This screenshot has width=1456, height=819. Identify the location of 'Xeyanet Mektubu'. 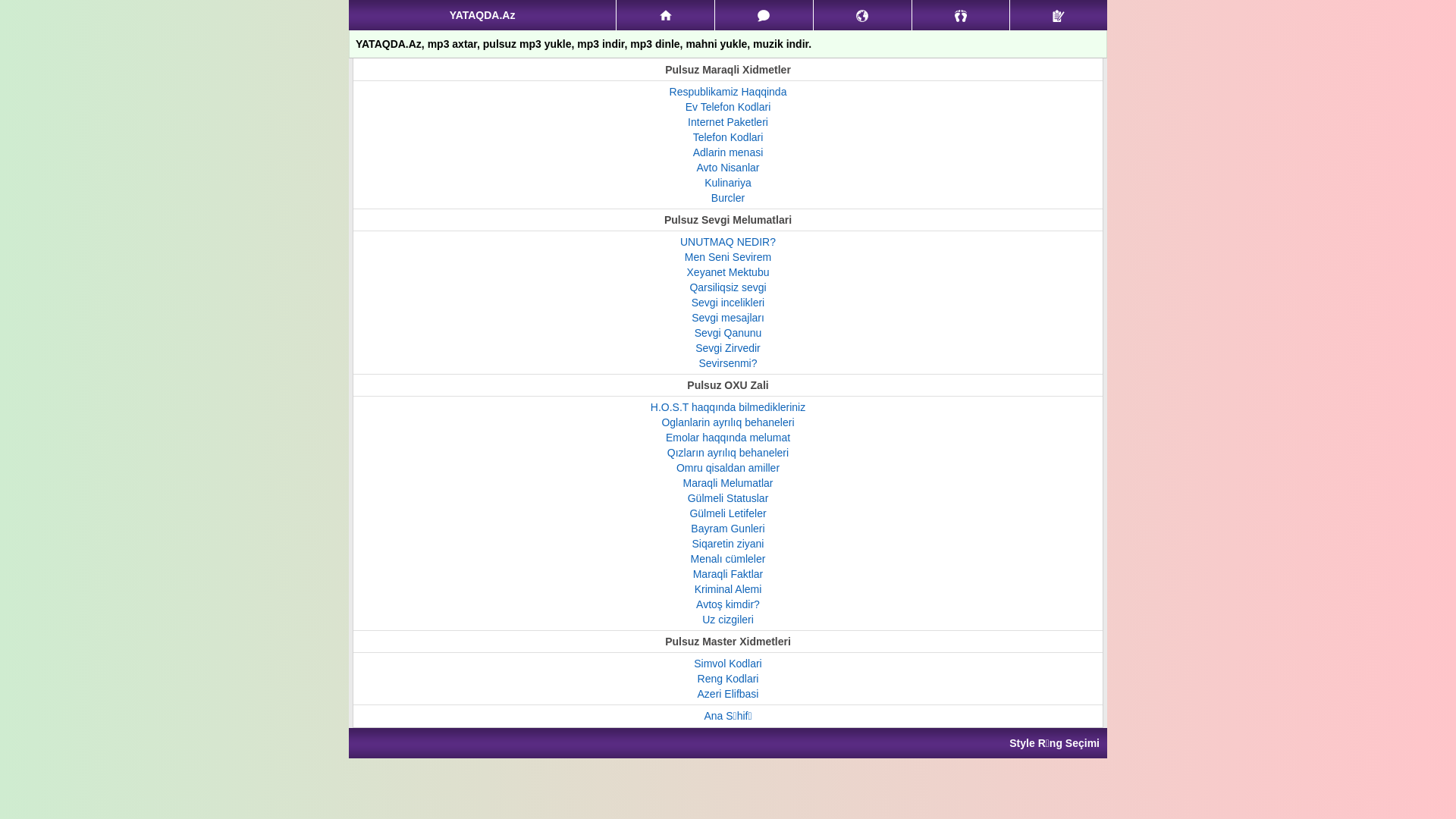
(728, 271).